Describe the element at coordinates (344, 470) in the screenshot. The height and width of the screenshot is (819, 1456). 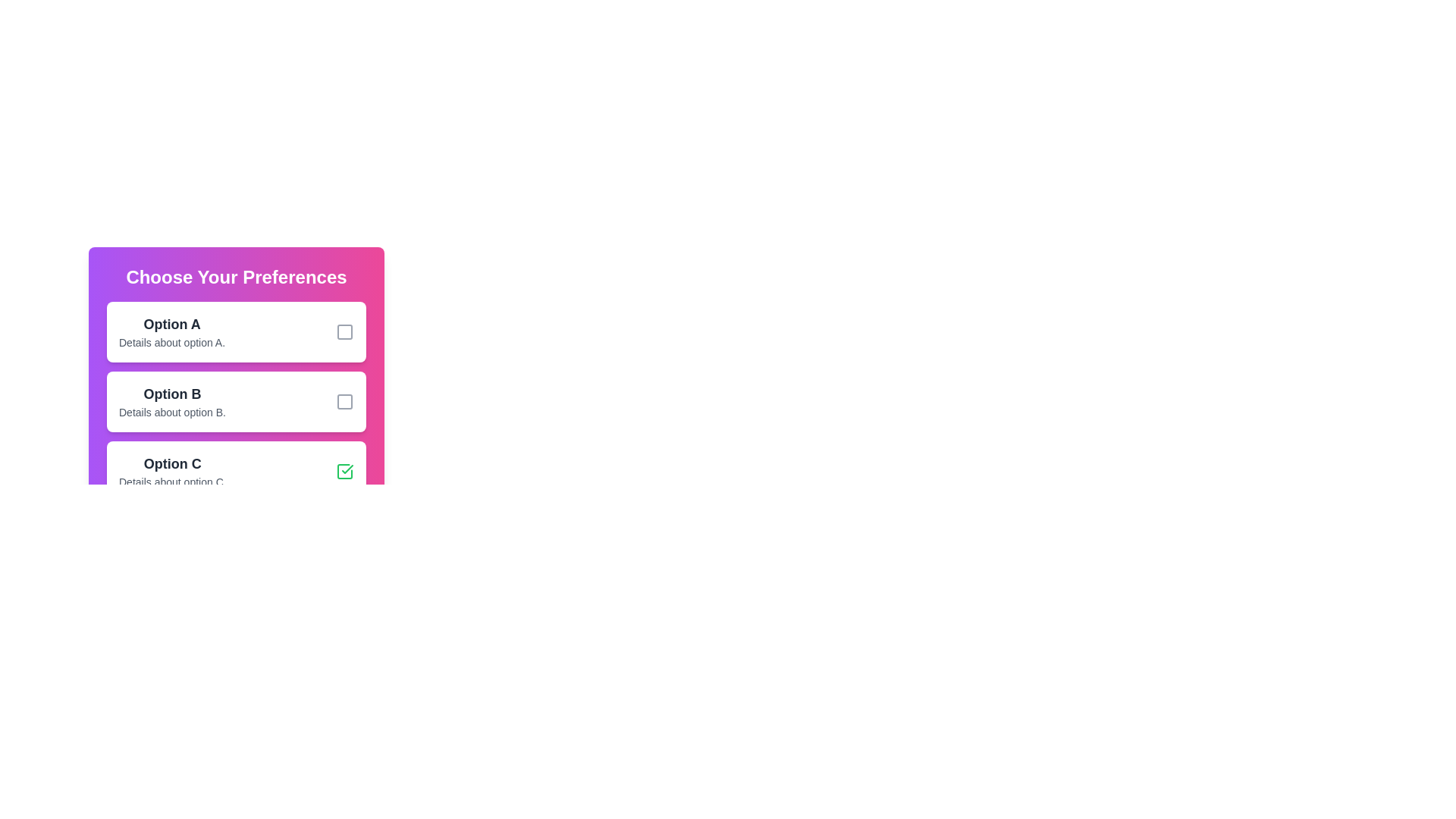
I see `the checkbox located in the 'Option C' section, which allows the user` at that location.